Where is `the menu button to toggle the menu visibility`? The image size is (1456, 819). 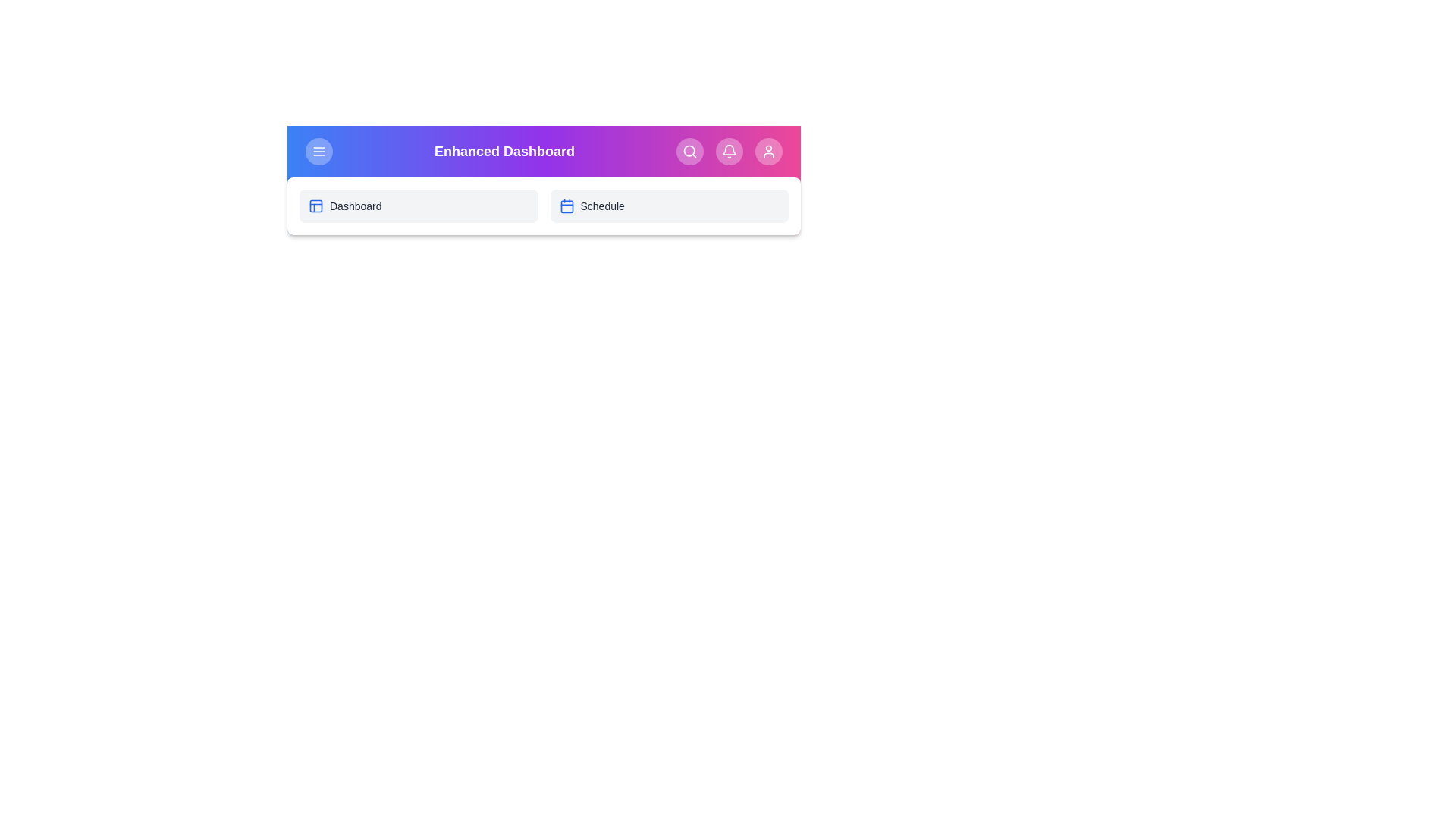
the menu button to toggle the menu visibility is located at coordinates (318, 152).